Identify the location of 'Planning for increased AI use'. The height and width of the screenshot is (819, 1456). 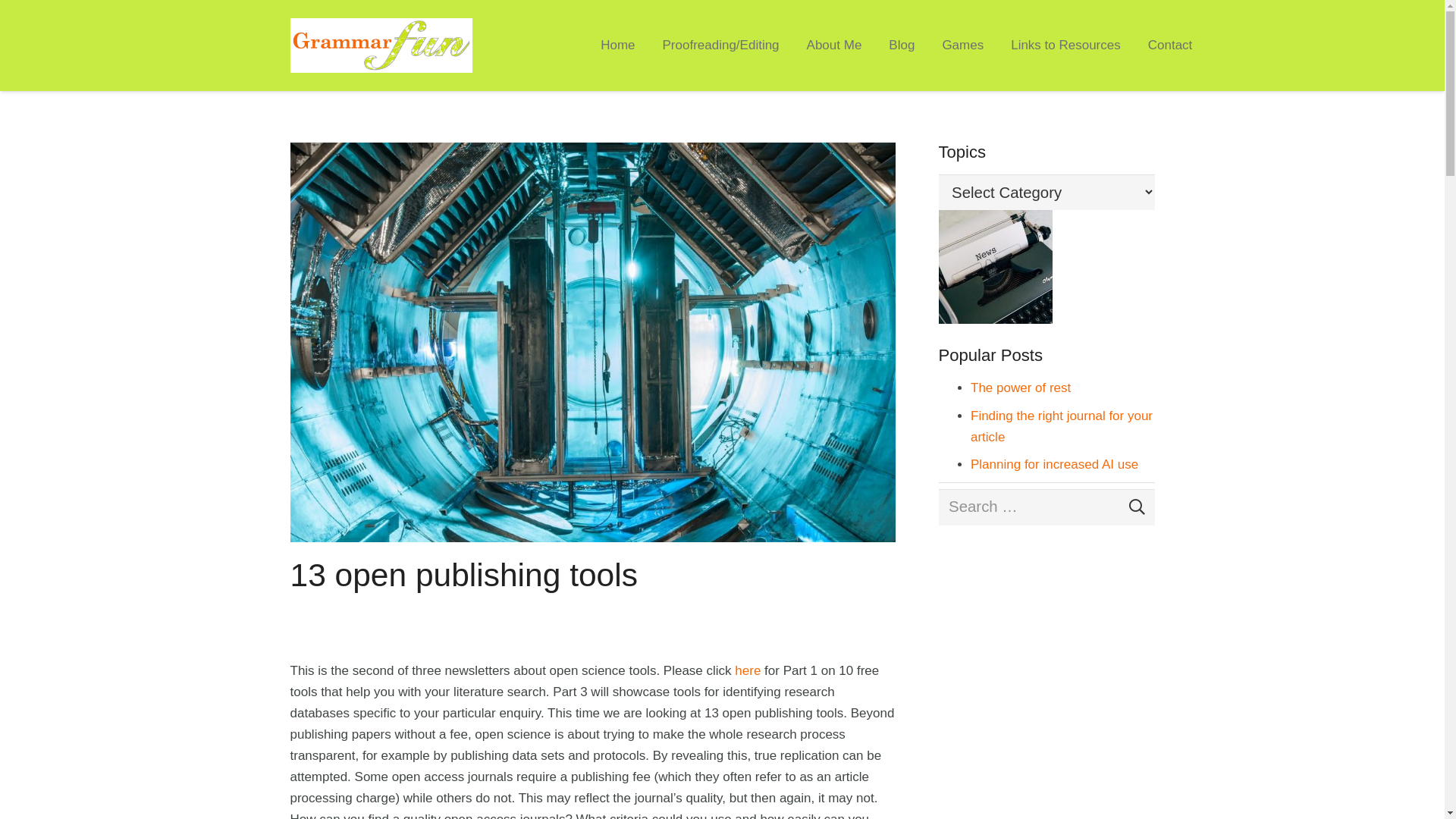
(971, 463).